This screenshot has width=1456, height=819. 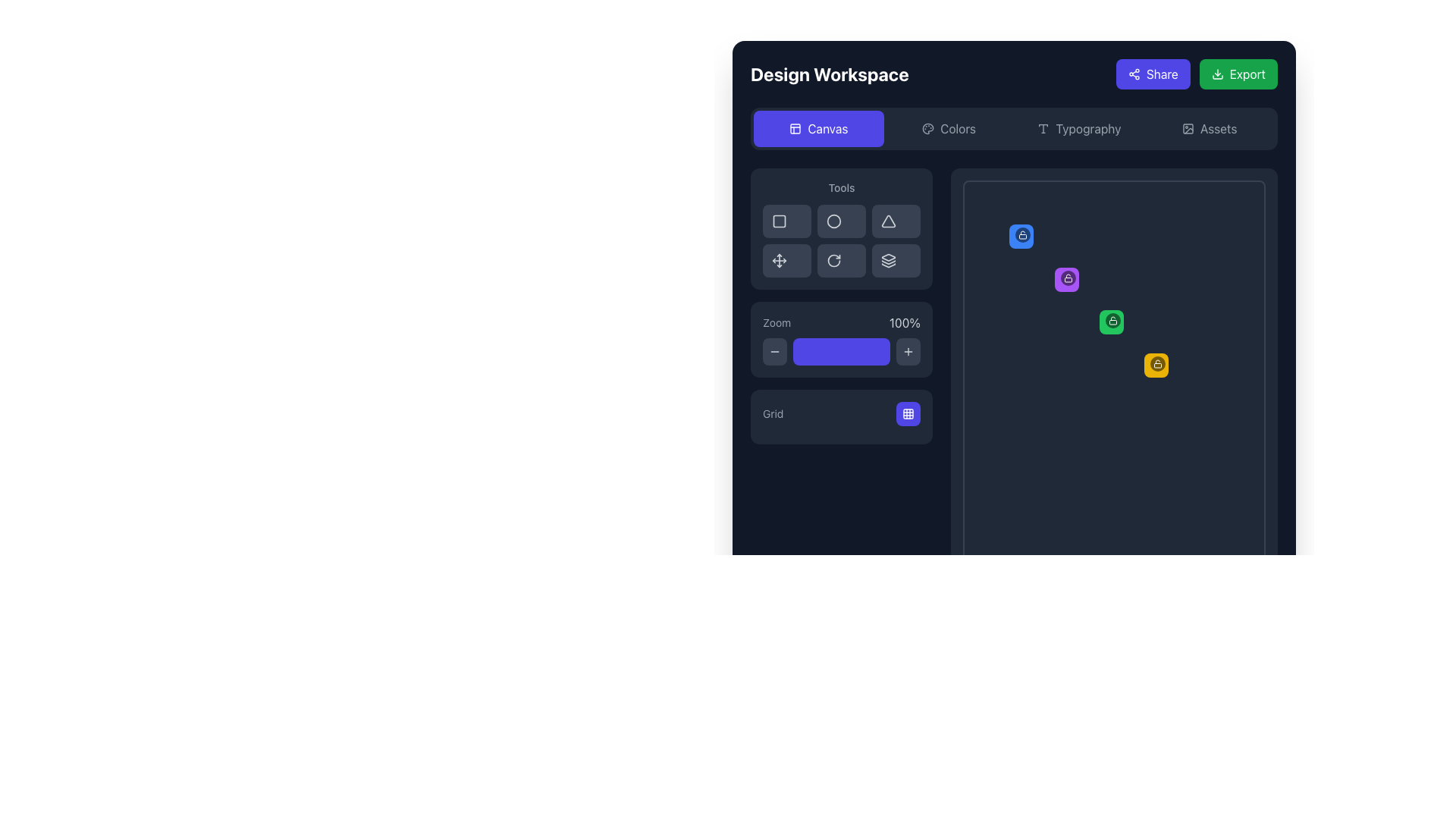 What do you see at coordinates (786, 221) in the screenshot?
I see `the square-shaped button in the Tools section` at bounding box center [786, 221].